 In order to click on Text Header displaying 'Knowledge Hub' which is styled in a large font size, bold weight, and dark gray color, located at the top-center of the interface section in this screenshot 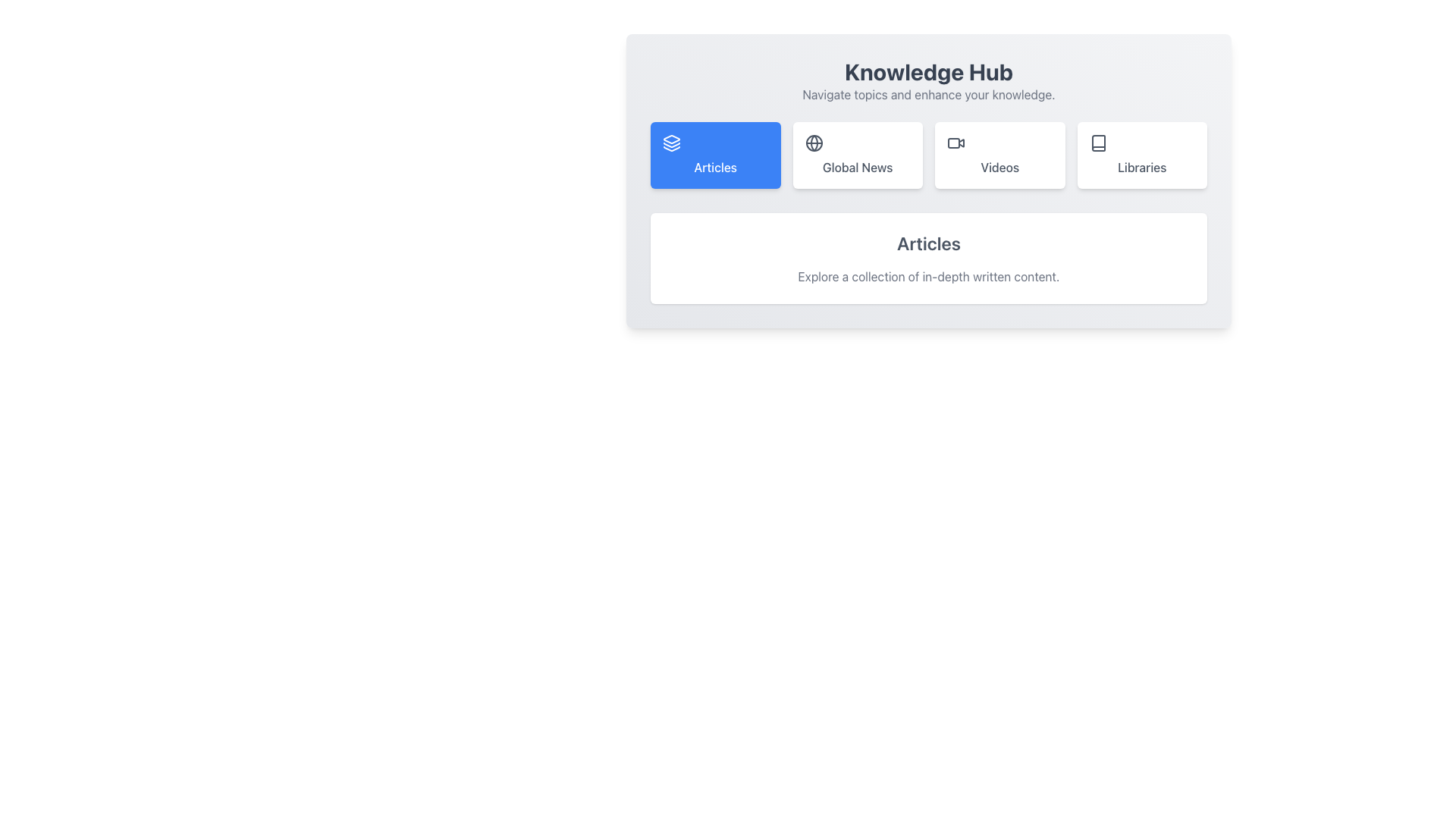, I will do `click(927, 72)`.